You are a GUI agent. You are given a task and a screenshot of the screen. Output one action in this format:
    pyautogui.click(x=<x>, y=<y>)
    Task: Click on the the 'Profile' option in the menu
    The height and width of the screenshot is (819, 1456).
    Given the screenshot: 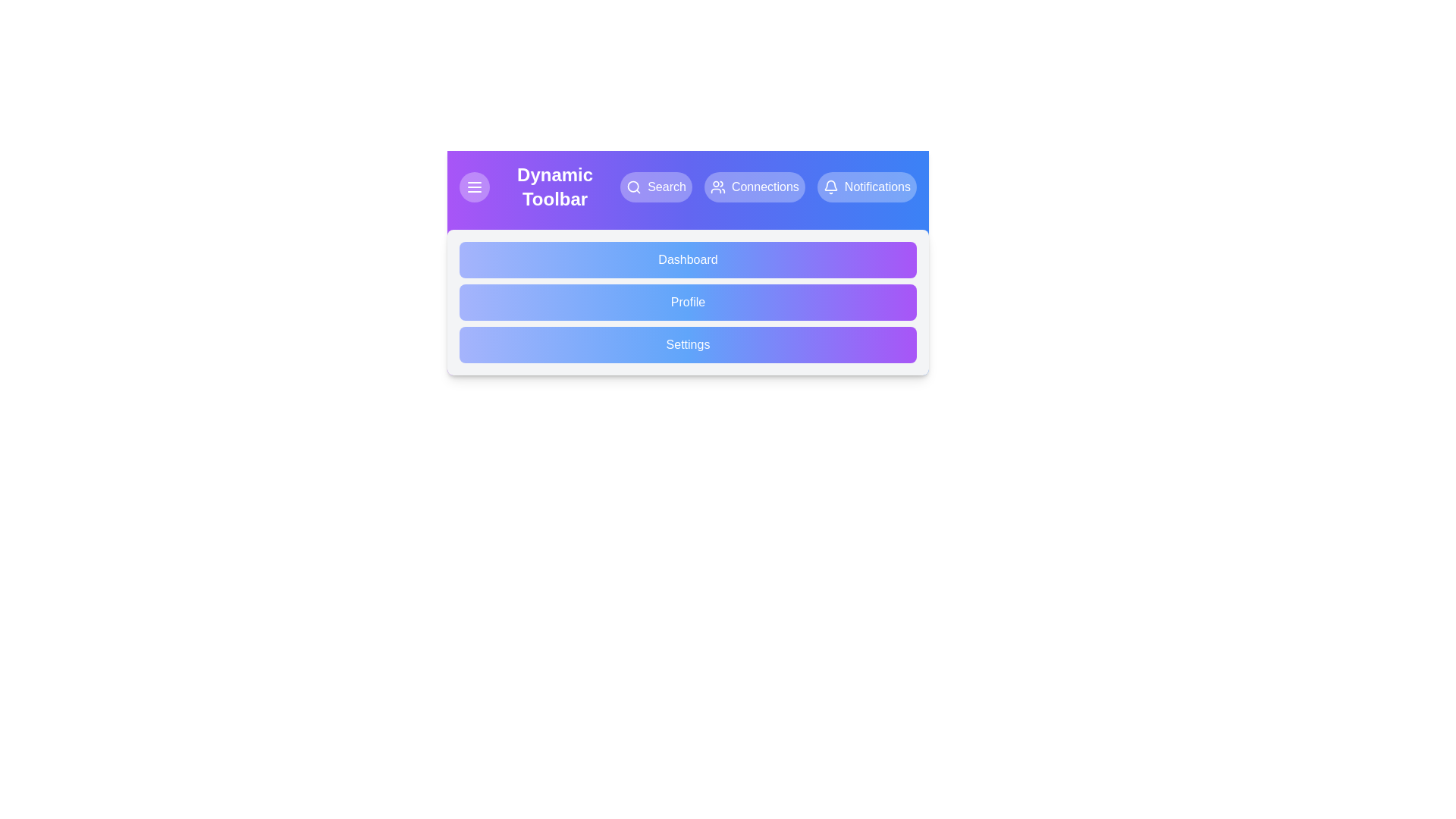 What is the action you would take?
    pyautogui.click(x=687, y=302)
    